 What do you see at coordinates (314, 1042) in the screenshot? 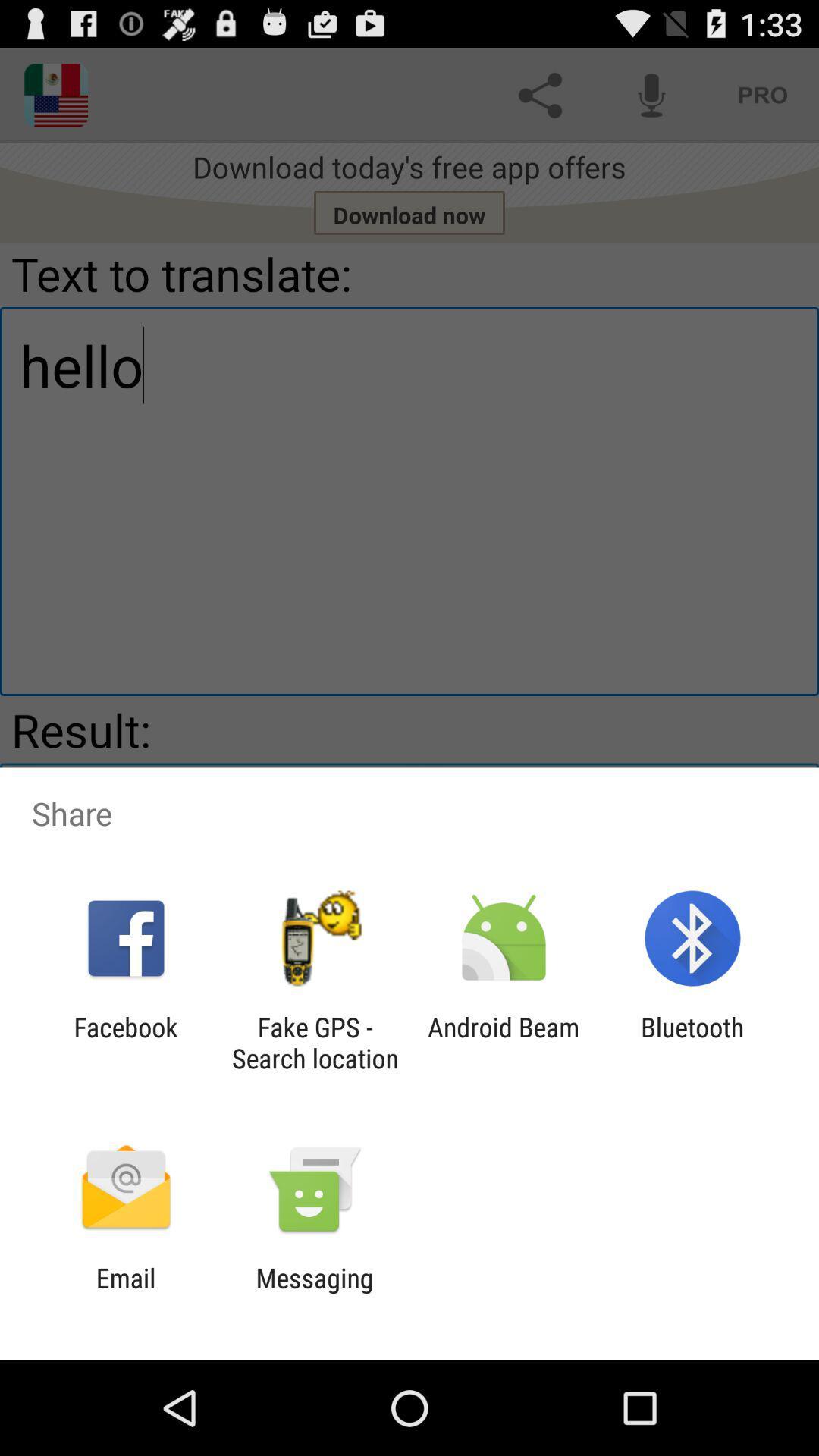
I see `the icon to the left of the android beam app` at bounding box center [314, 1042].